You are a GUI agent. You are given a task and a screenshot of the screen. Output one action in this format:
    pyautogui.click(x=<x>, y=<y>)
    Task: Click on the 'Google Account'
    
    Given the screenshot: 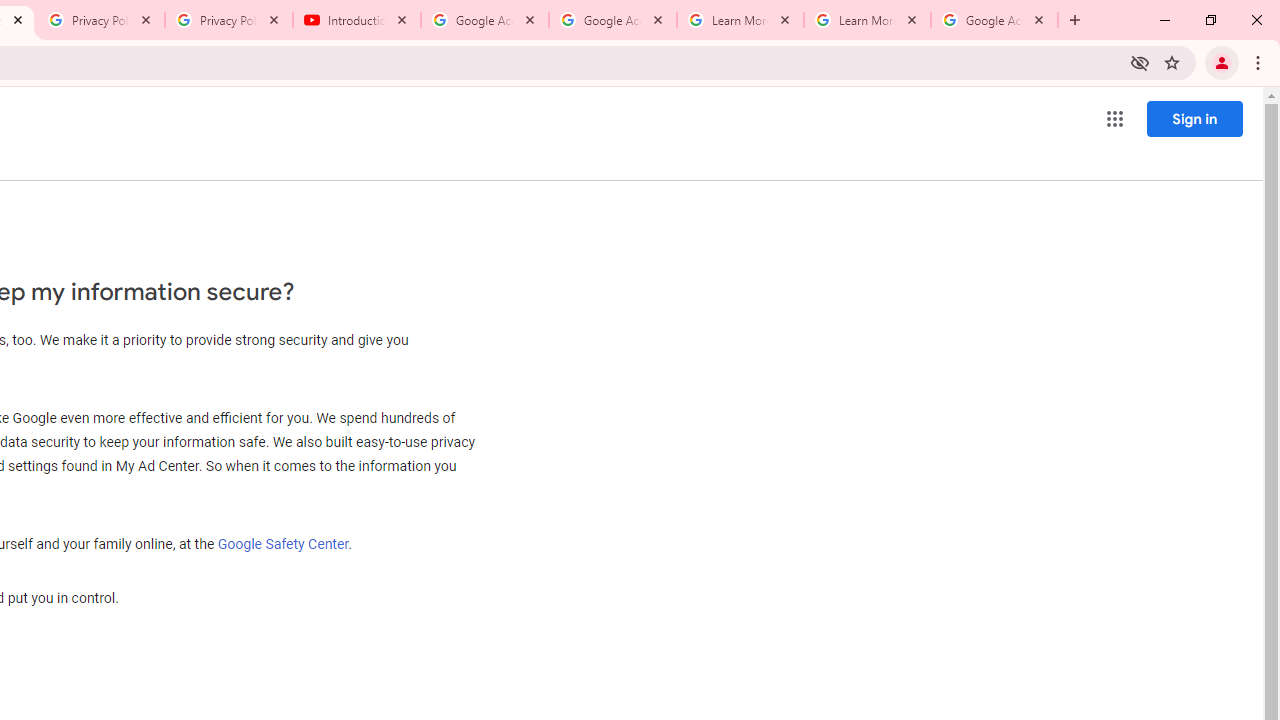 What is the action you would take?
    pyautogui.click(x=994, y=20)
    